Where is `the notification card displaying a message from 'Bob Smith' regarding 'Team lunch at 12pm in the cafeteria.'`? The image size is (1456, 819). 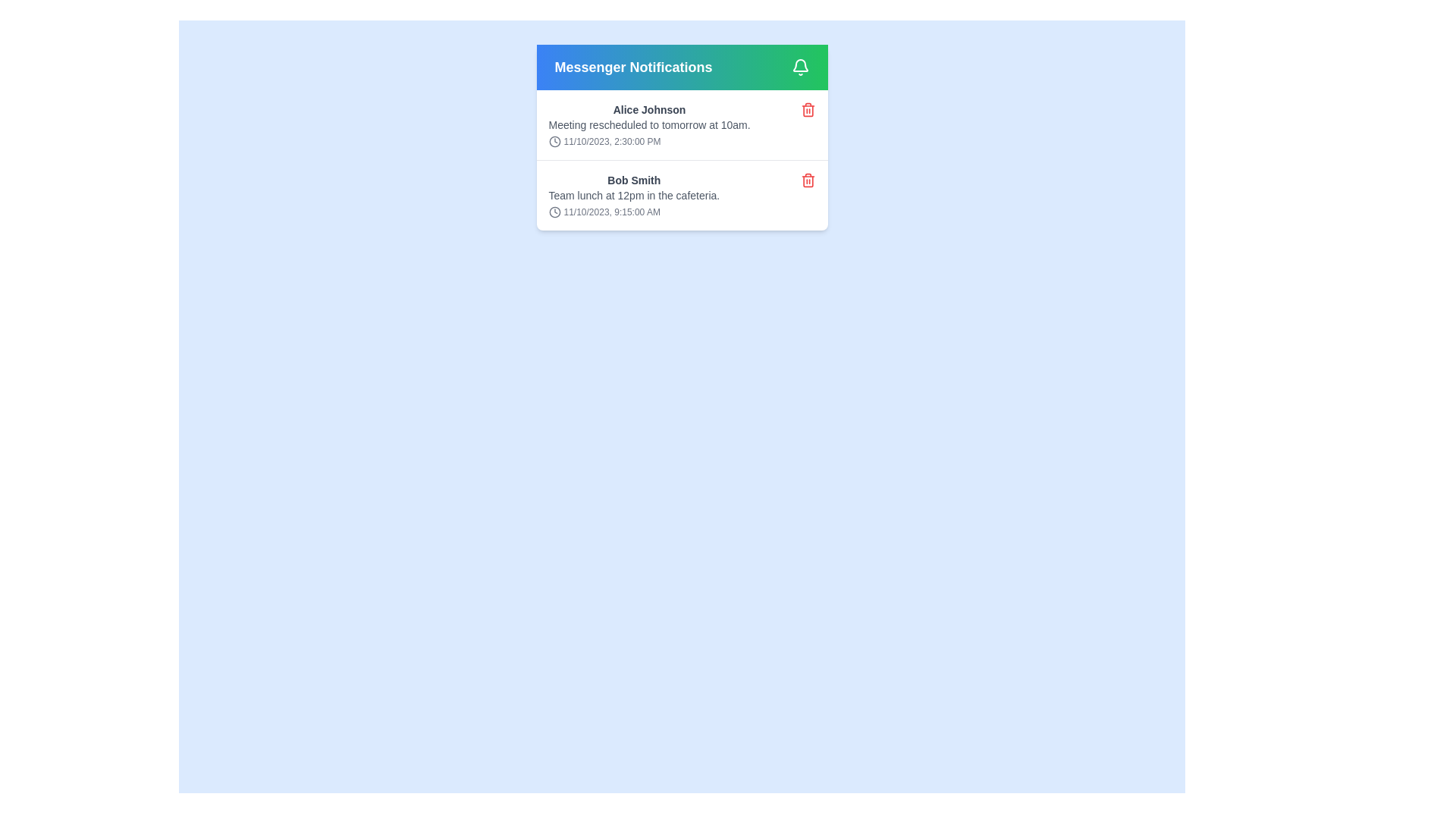 the notification card displaying a message from 'Bob Smith' regarding 'Team lunch at 12pm in the cafeteria.' is located at coordinates (634, 195).